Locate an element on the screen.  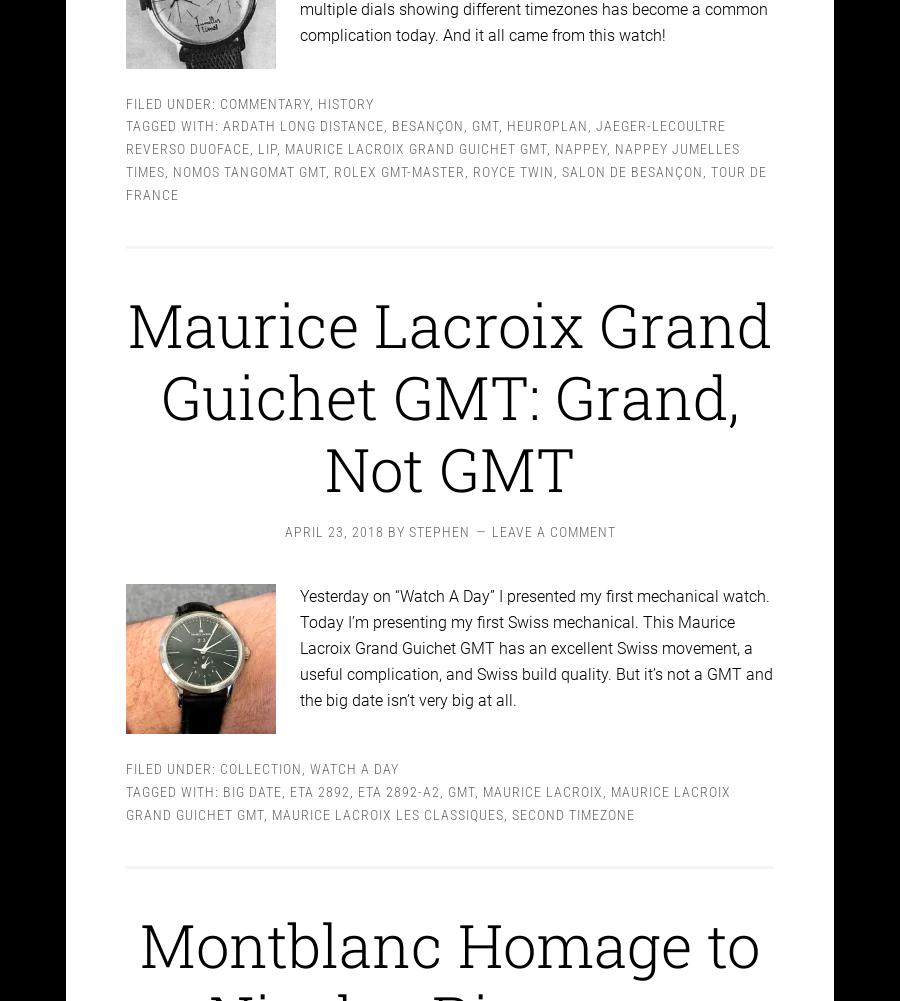
'LIP' is located at coordinates (266, 131).